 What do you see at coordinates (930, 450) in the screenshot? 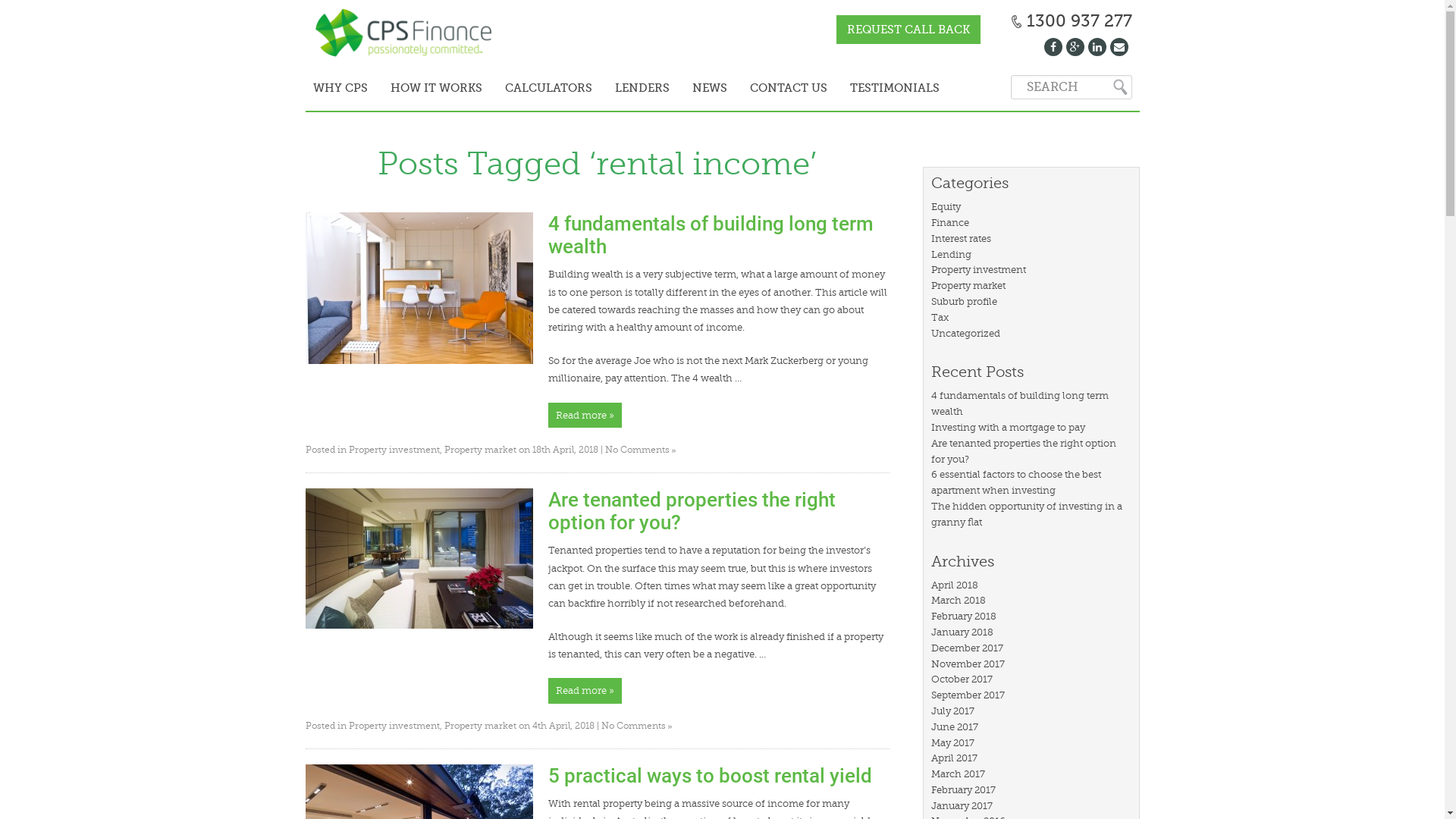
I see `'Are tenanted properties the right option for you?'` at bounding box center [930, 450].